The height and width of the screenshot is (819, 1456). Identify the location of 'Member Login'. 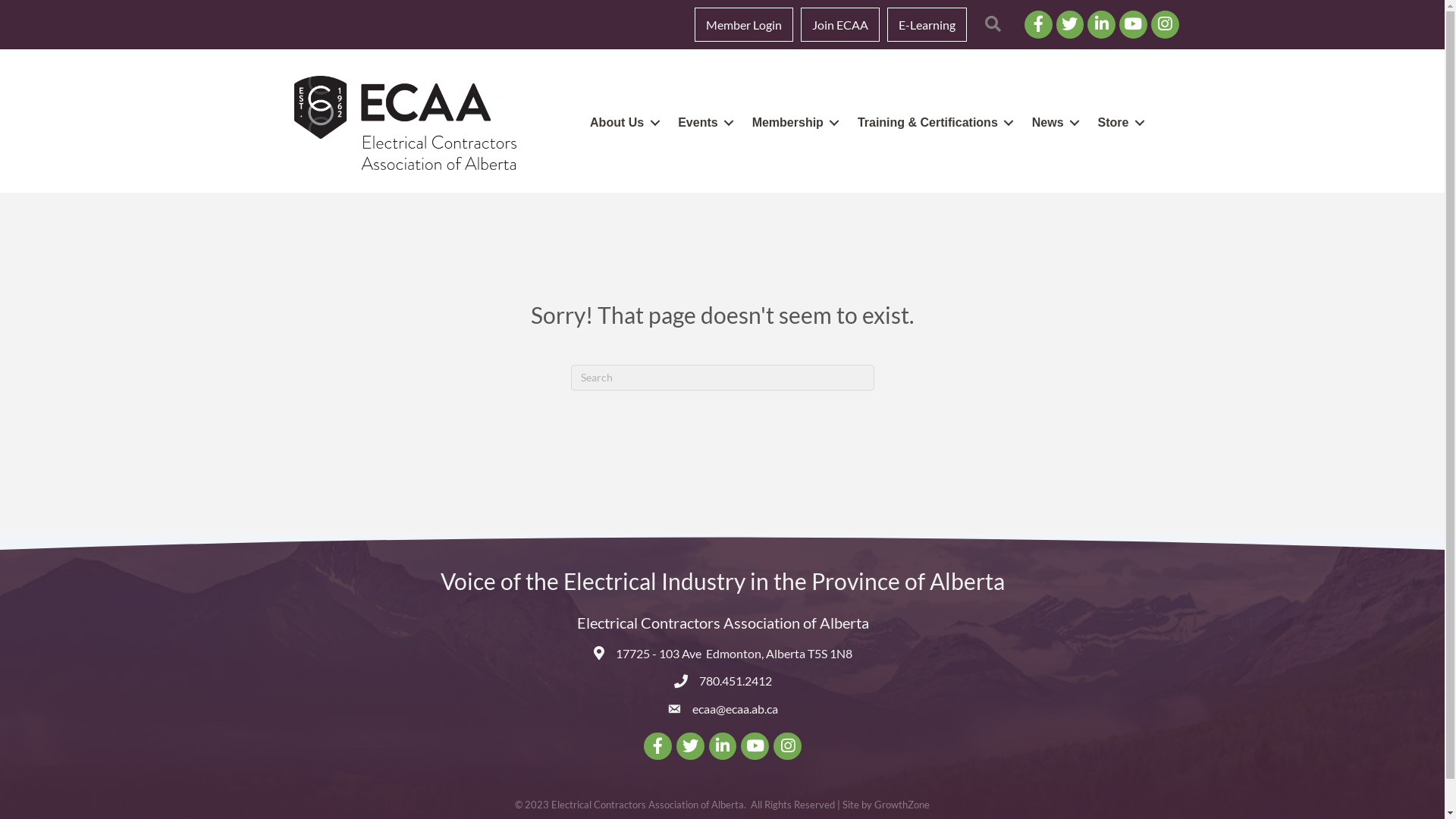
(743, 24).